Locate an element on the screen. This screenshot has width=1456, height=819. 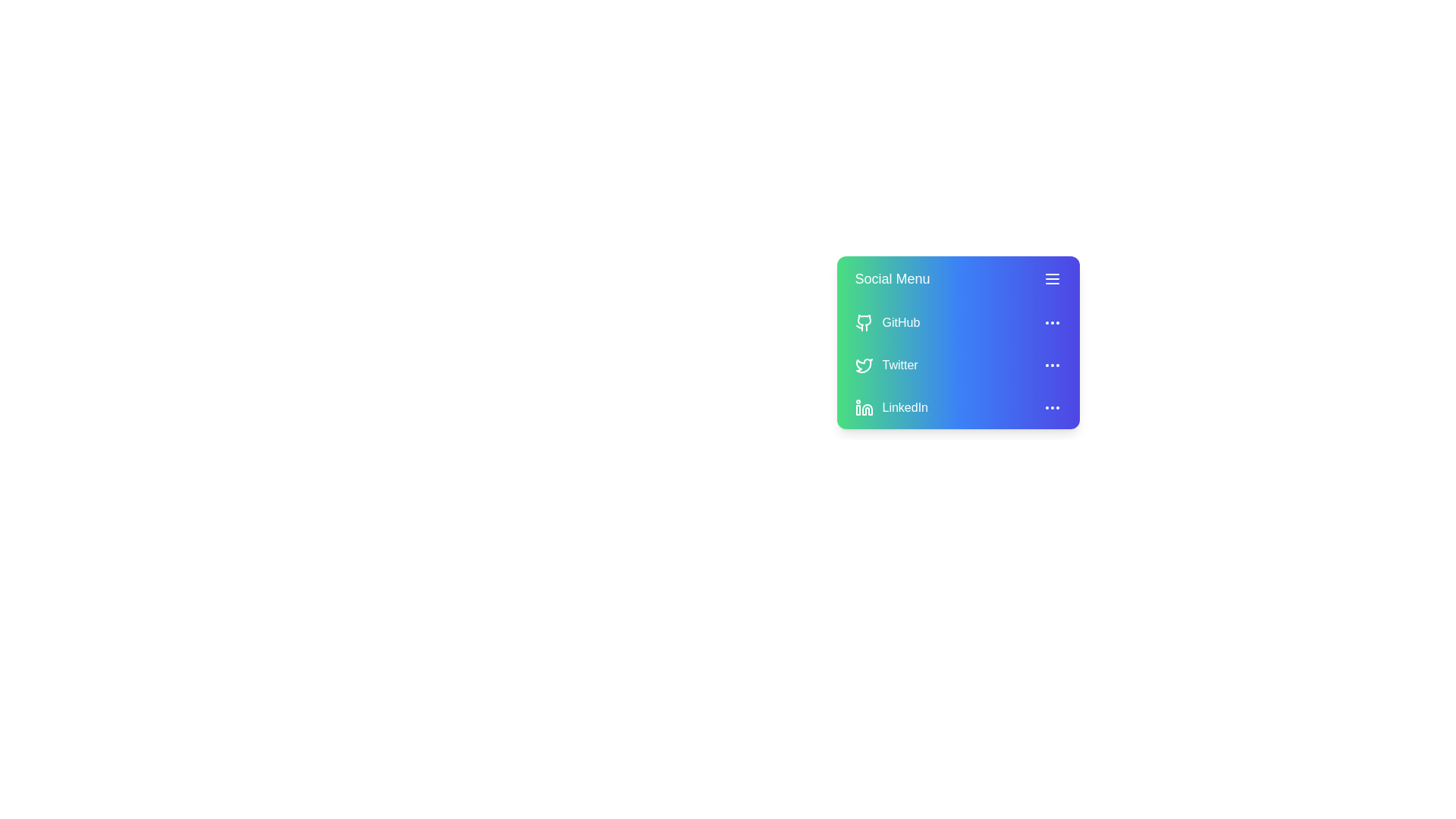
the menu item Twitter to see the hover effect is located at coordinates (957, 366).